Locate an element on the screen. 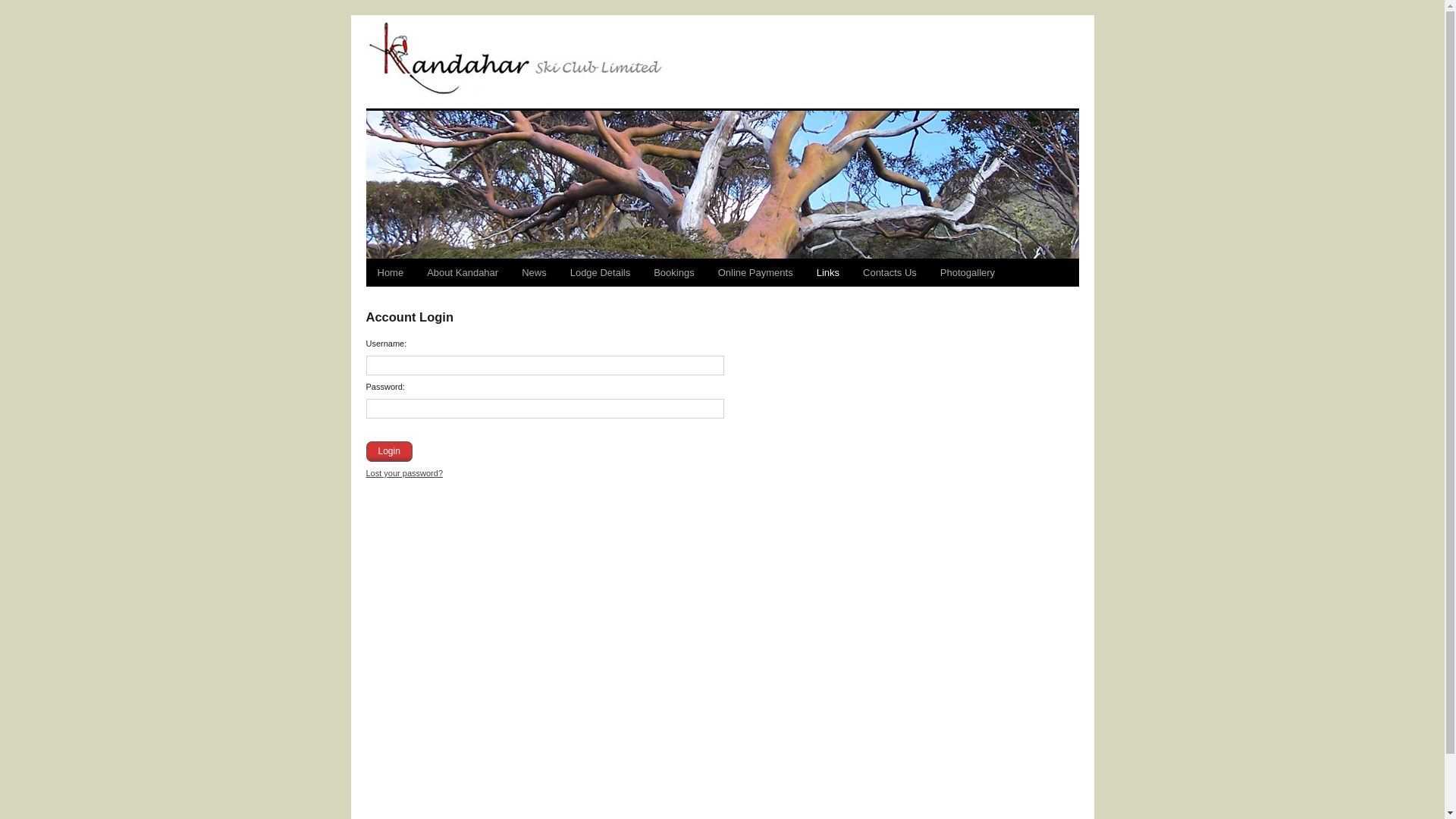 The image size is (1456, 819). 'Contacts Us' is located at coordinates (890, 271).